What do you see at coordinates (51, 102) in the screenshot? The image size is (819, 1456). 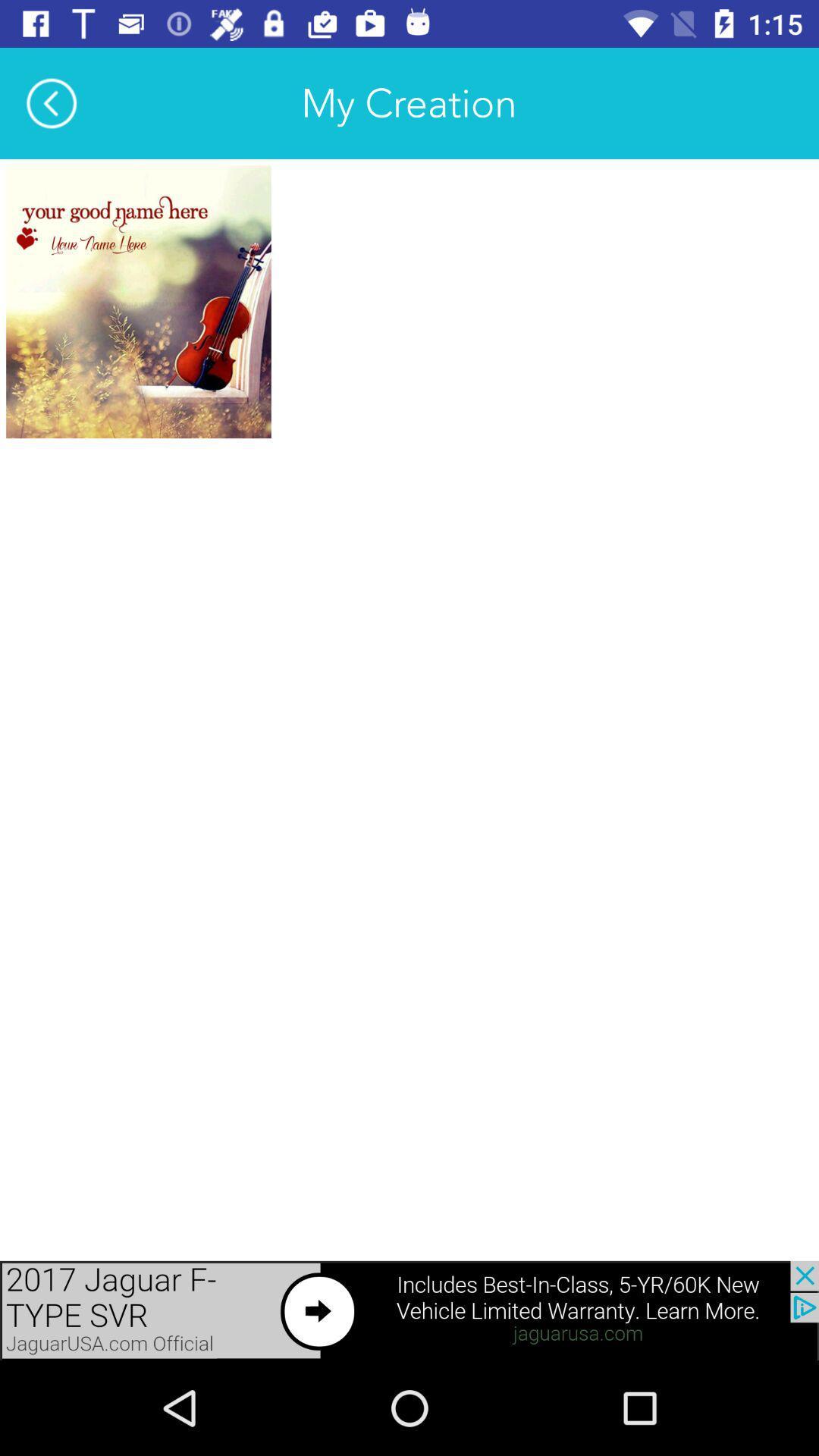 I see `back` at bounding box center [51, 102].